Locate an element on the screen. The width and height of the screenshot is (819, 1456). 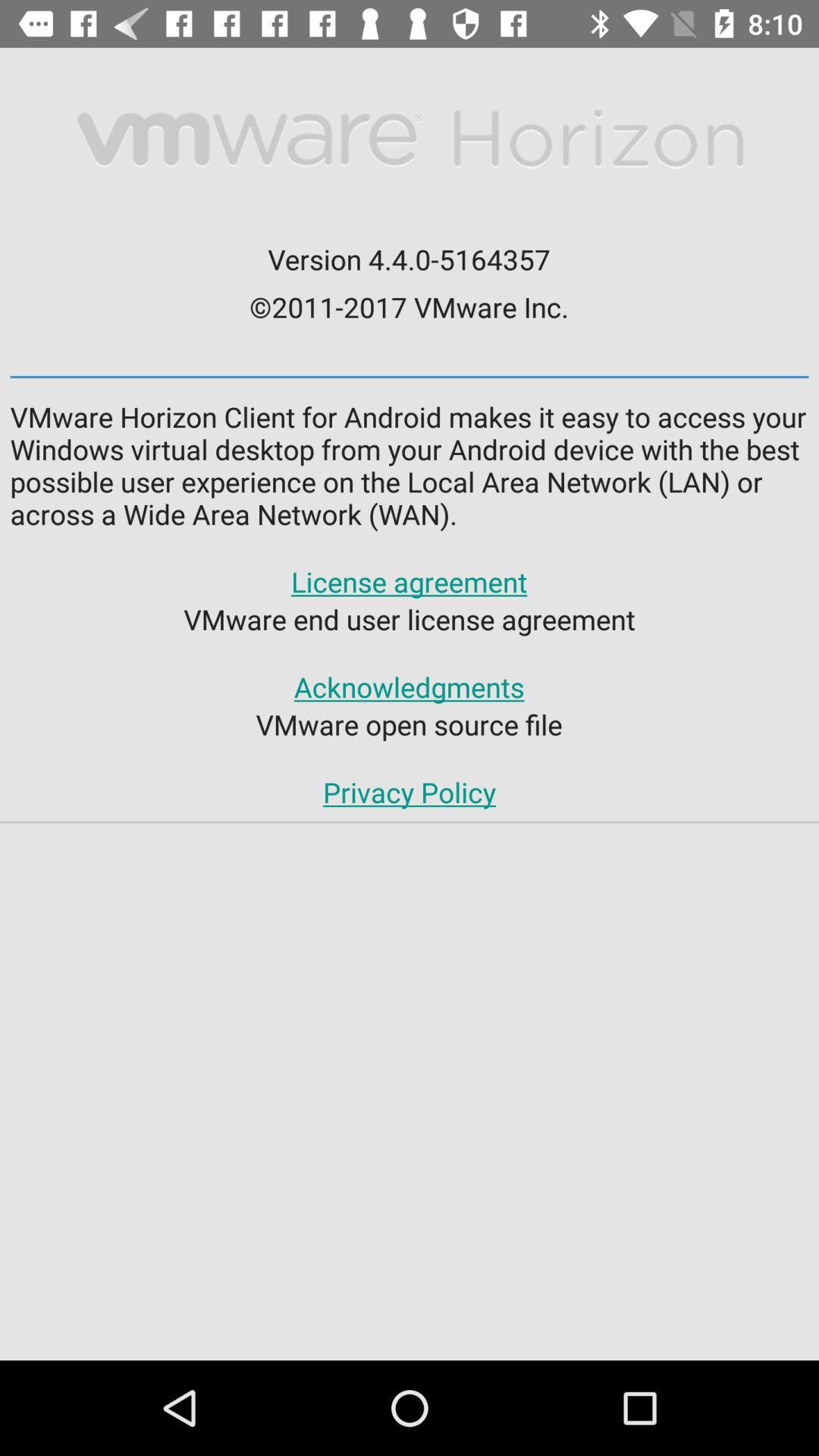
the privacy policy is located at coordinates (409, 791).